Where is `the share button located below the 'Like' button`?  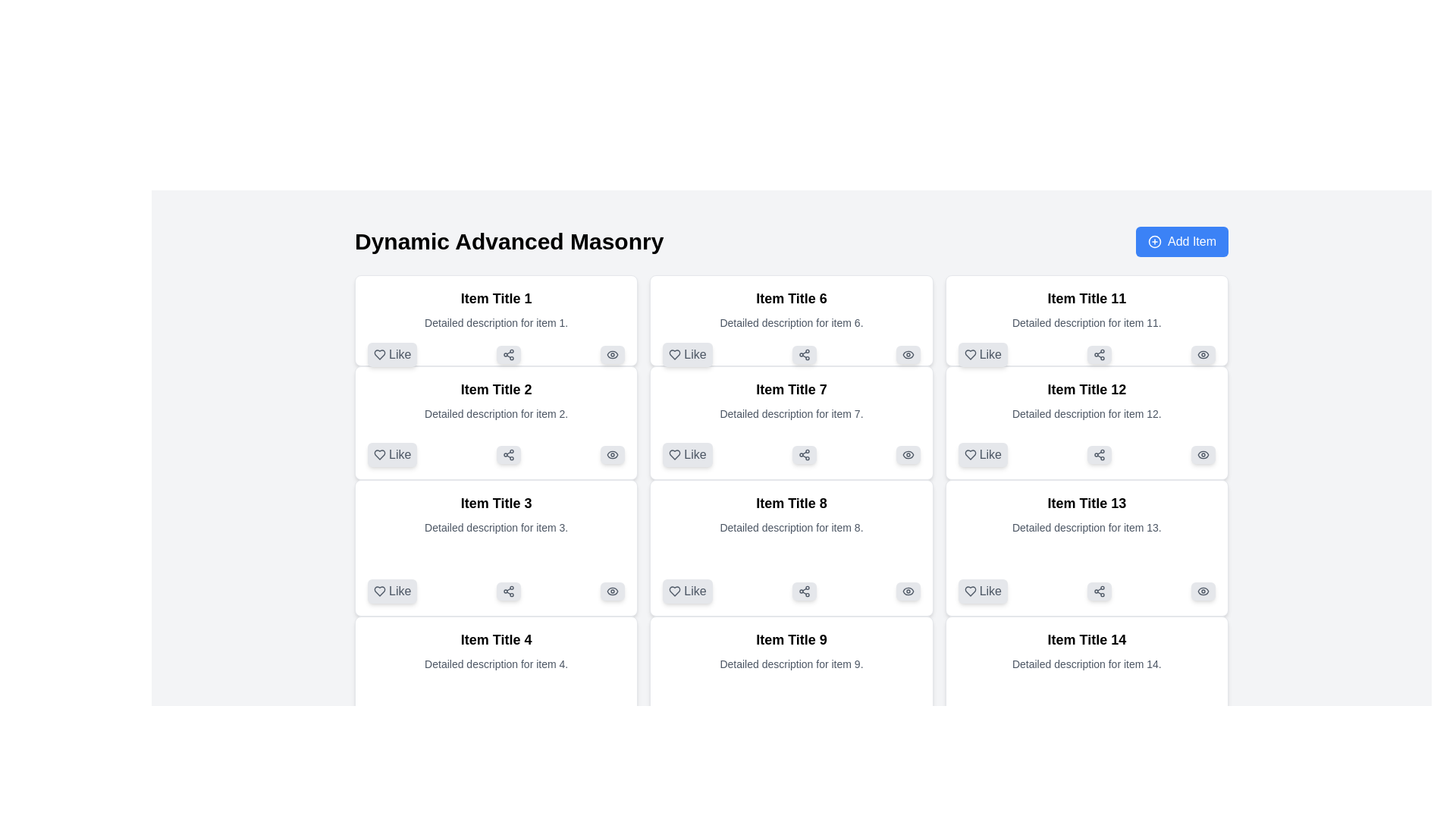 the share button located below the 'Like' button is located at coordinates (509, 354).